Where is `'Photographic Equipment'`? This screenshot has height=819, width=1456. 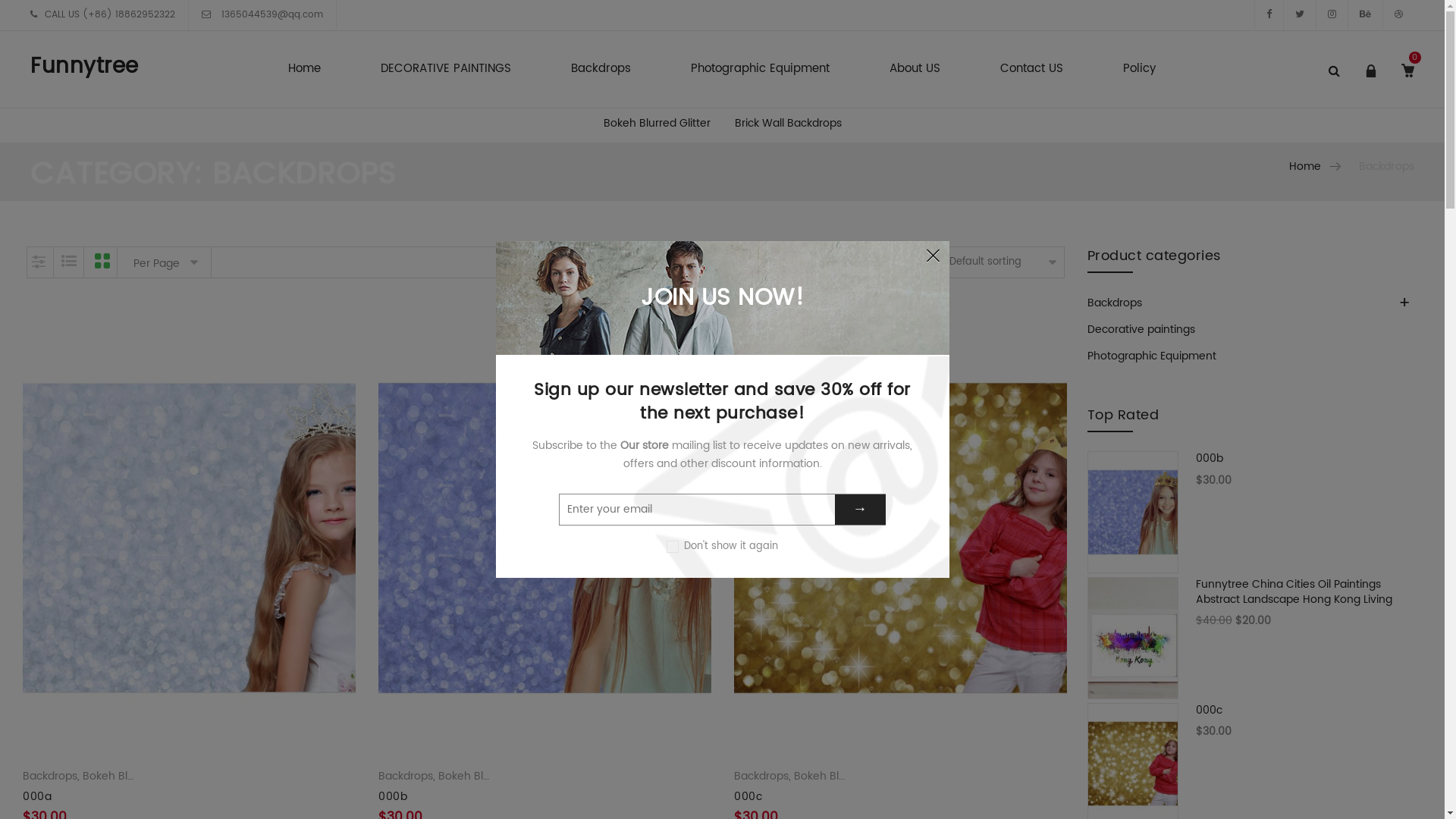
'Photographic Equipment' is located at coordinates (1151, 356).